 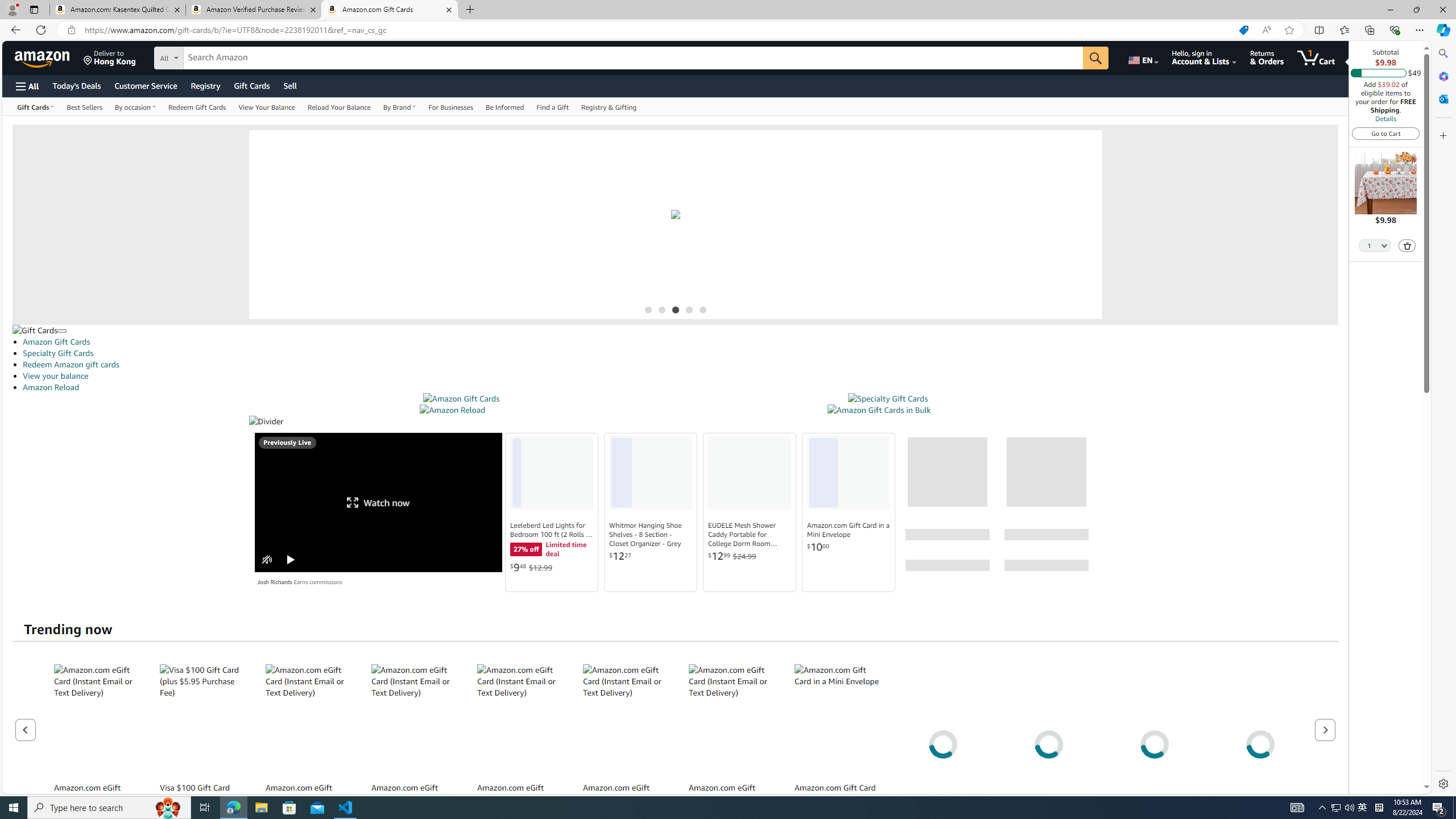 I want to click on 'Open Menu', so click(x=26, y=85).